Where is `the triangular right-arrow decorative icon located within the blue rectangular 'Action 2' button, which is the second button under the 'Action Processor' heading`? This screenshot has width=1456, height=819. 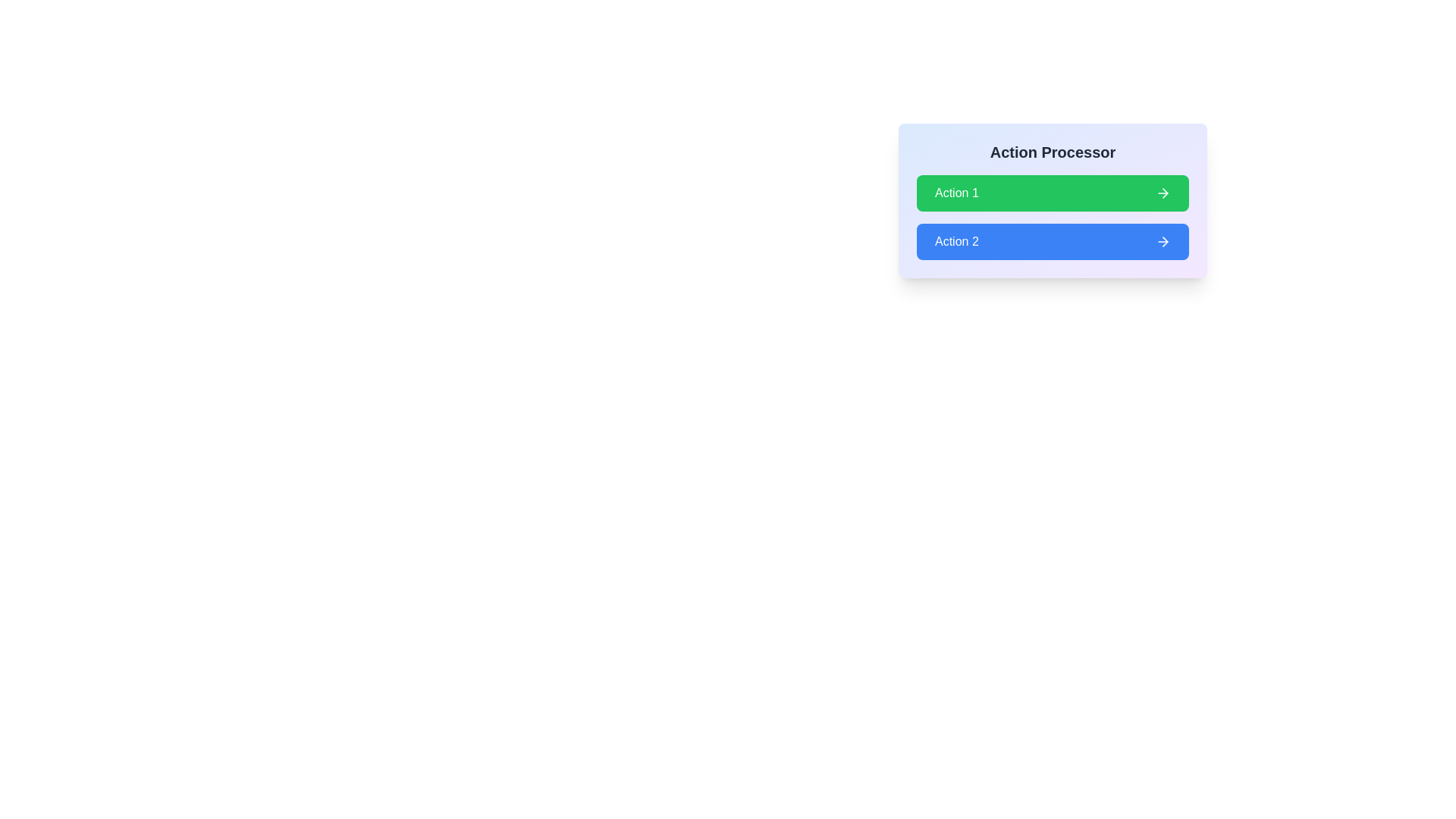 the triangular right-arrow decorative icon located within the blue rectangular 'Action 2' button, which is the second button under the 'Action Processor' heading is located at coordinates (1164, 241).